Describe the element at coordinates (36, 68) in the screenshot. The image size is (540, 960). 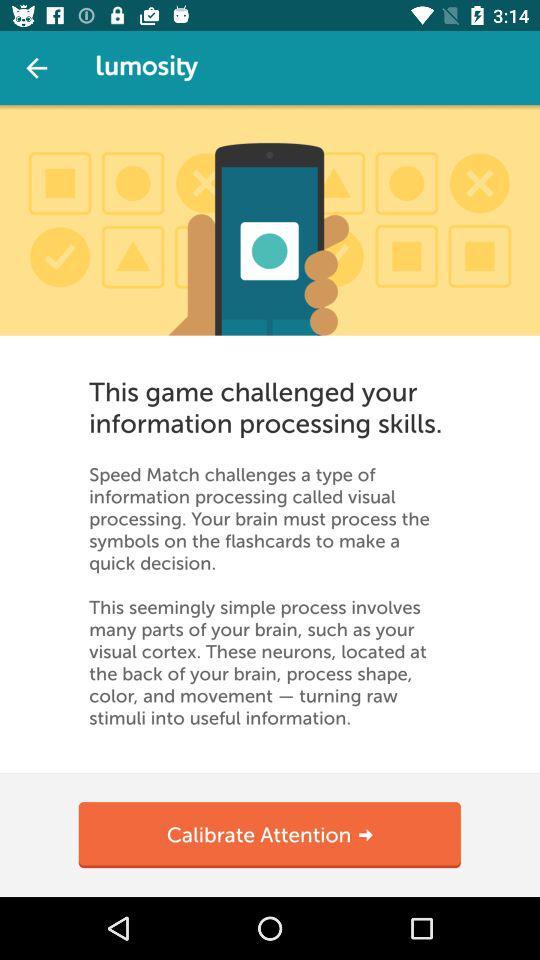
I see `go back` at that location.